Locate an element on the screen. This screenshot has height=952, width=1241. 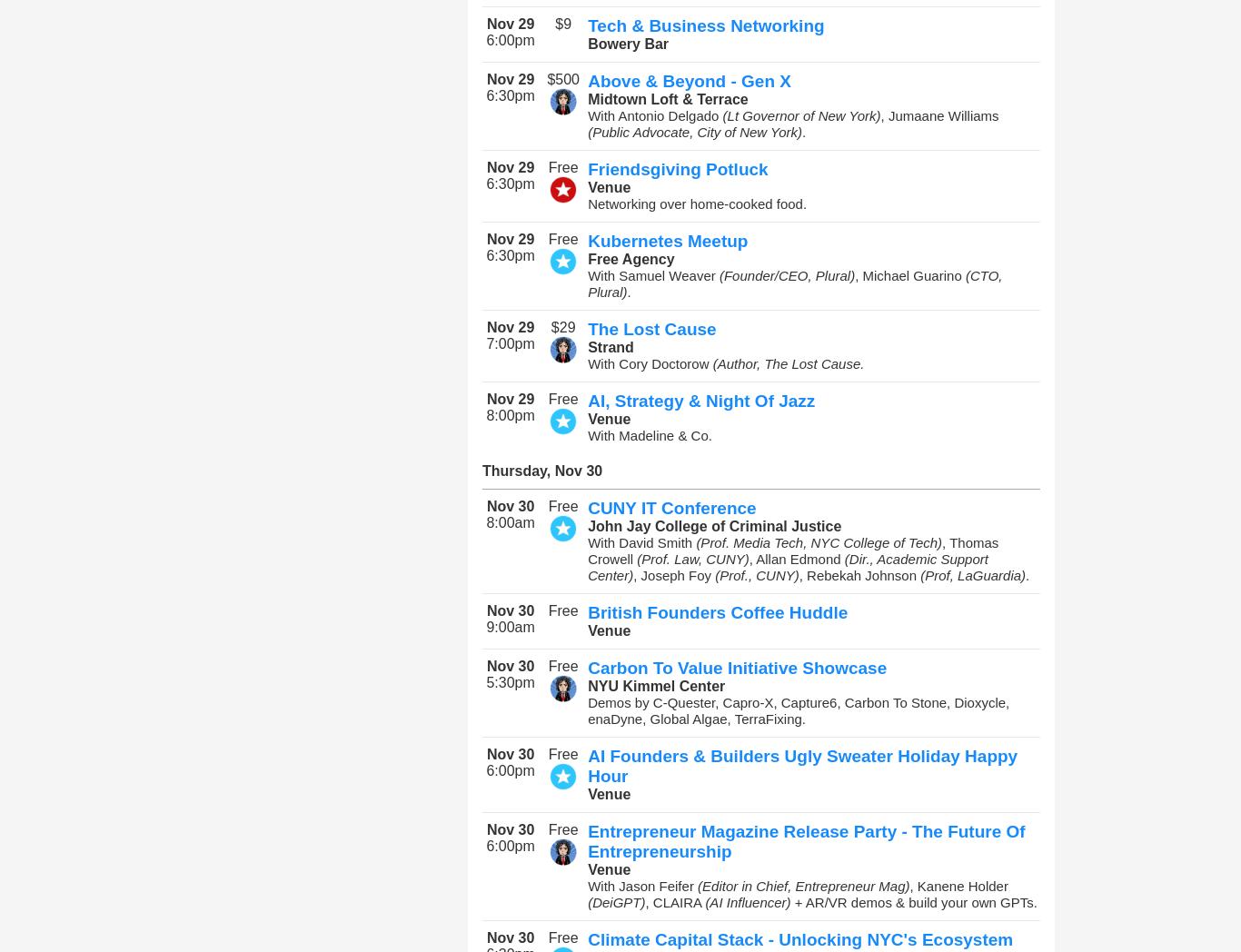
'Friendsgiving Potluck' is located at coordinates (677, 168).